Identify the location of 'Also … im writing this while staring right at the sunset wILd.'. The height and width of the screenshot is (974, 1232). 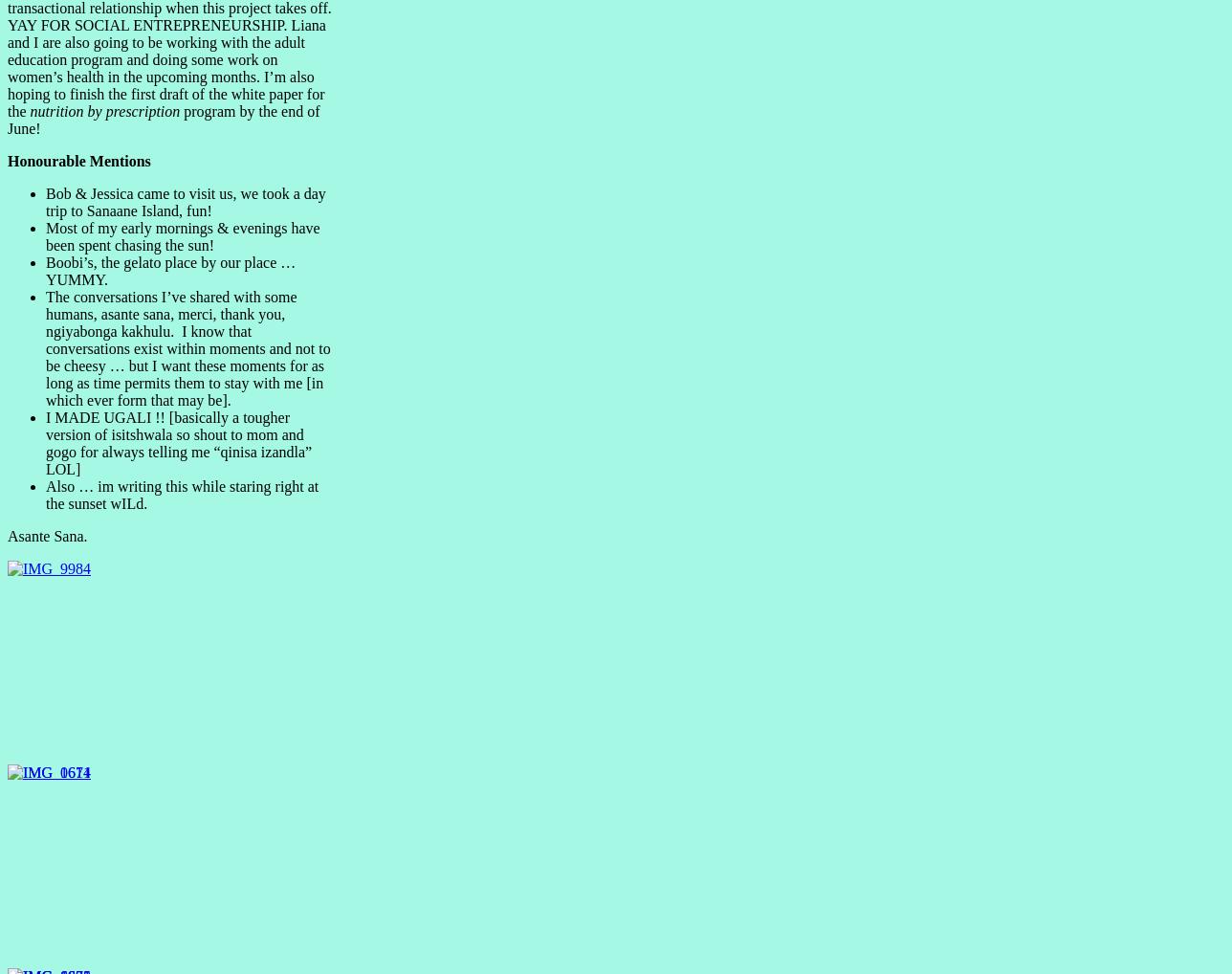
(182, 493).